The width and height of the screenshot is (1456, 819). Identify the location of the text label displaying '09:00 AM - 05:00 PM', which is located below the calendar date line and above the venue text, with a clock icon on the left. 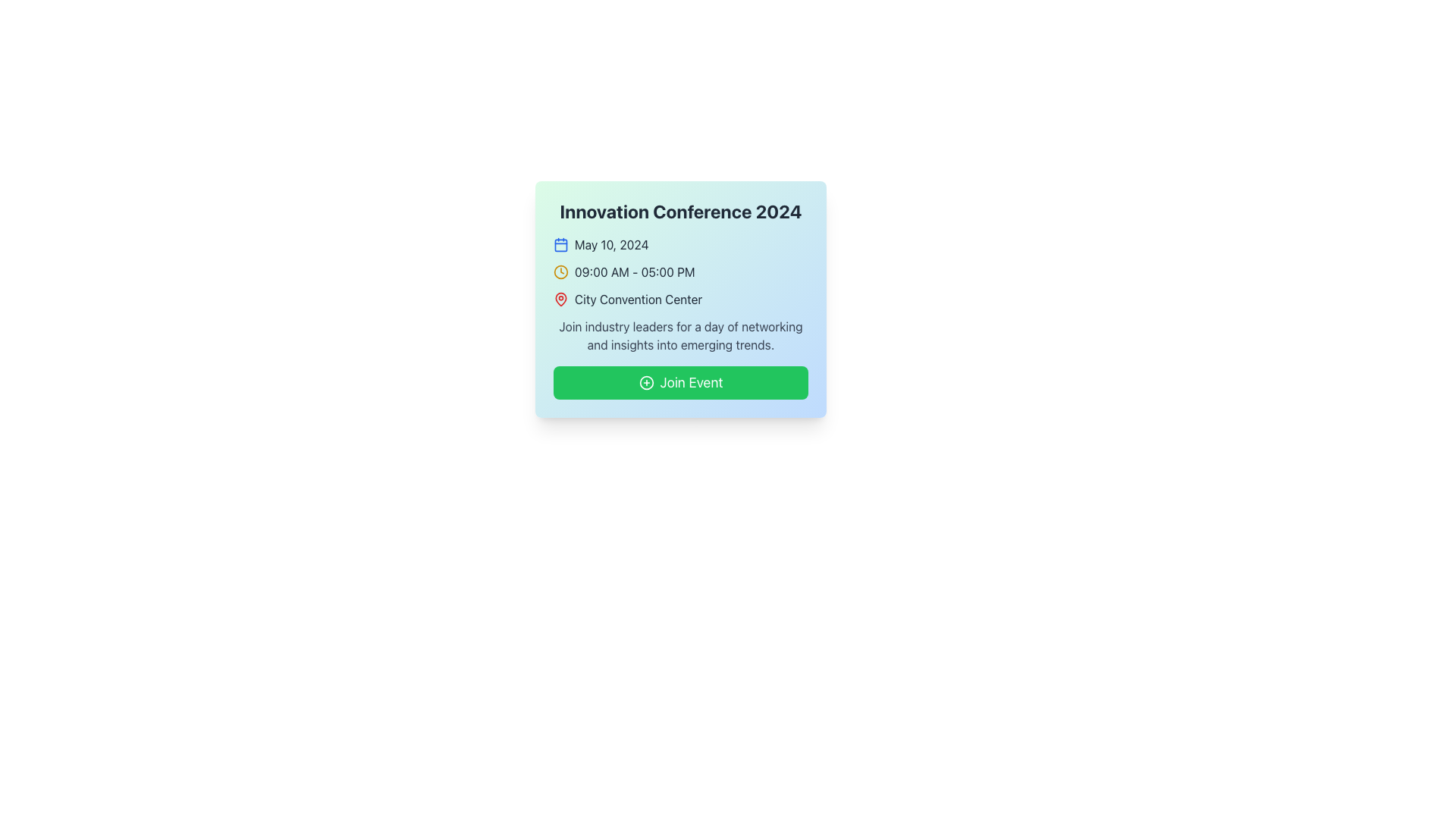
(635, 271).